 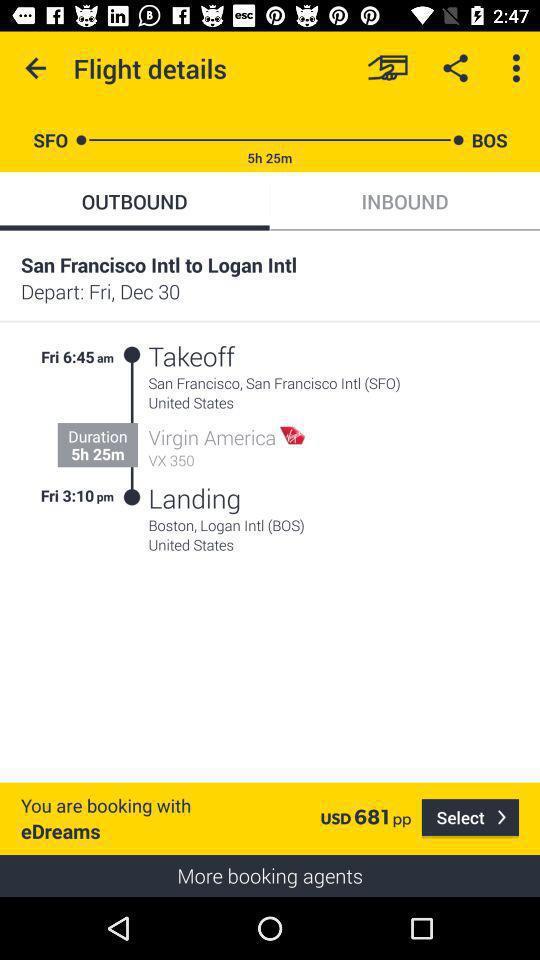 What do you see at coordinates (36, 68) in the screenshot?
I see `the item above sfo item` at bounding box center [36, 68].